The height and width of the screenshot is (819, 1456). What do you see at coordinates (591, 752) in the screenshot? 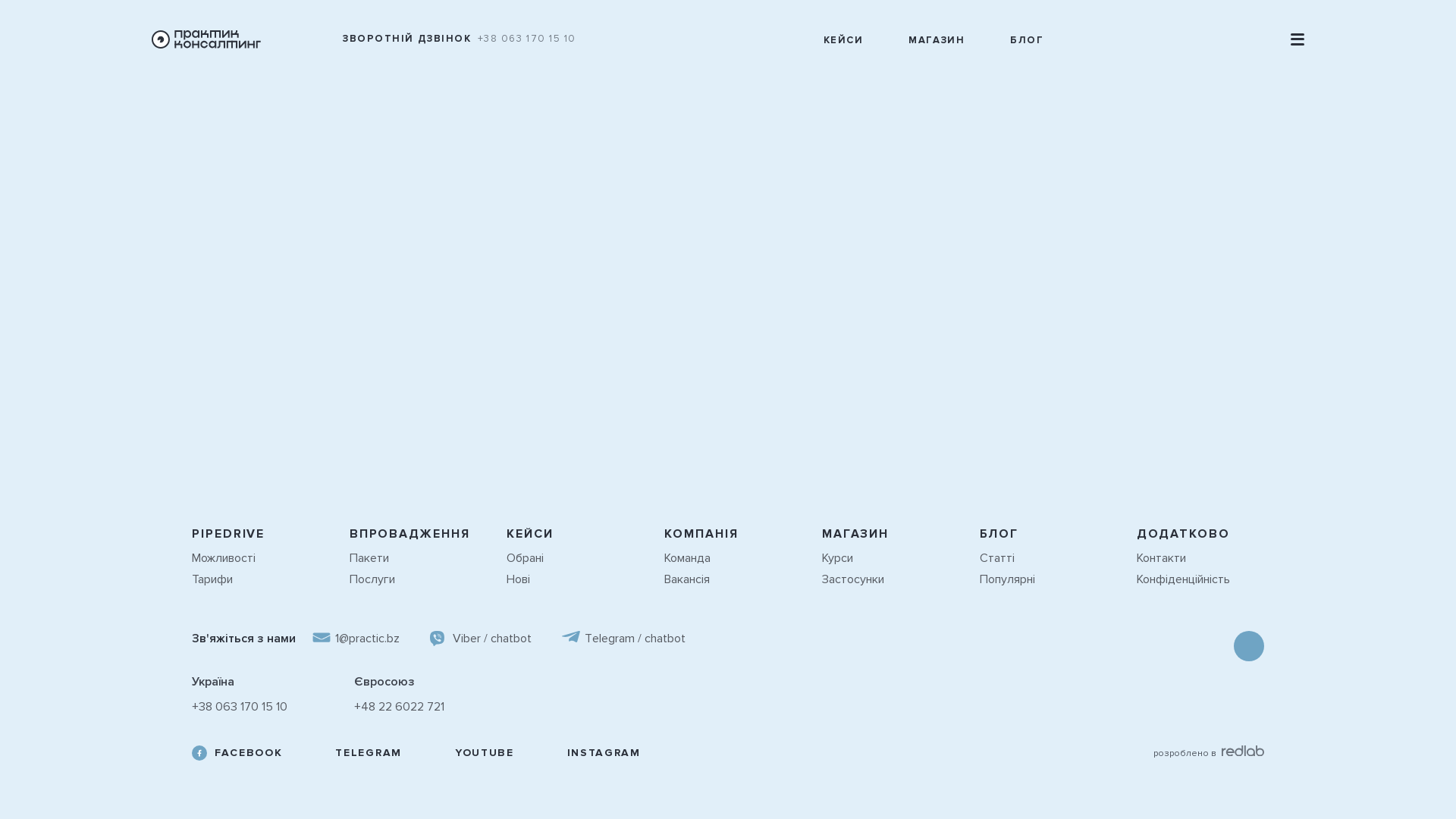
I see `'INSTAGRAM'` at bounding box center [591, 752].